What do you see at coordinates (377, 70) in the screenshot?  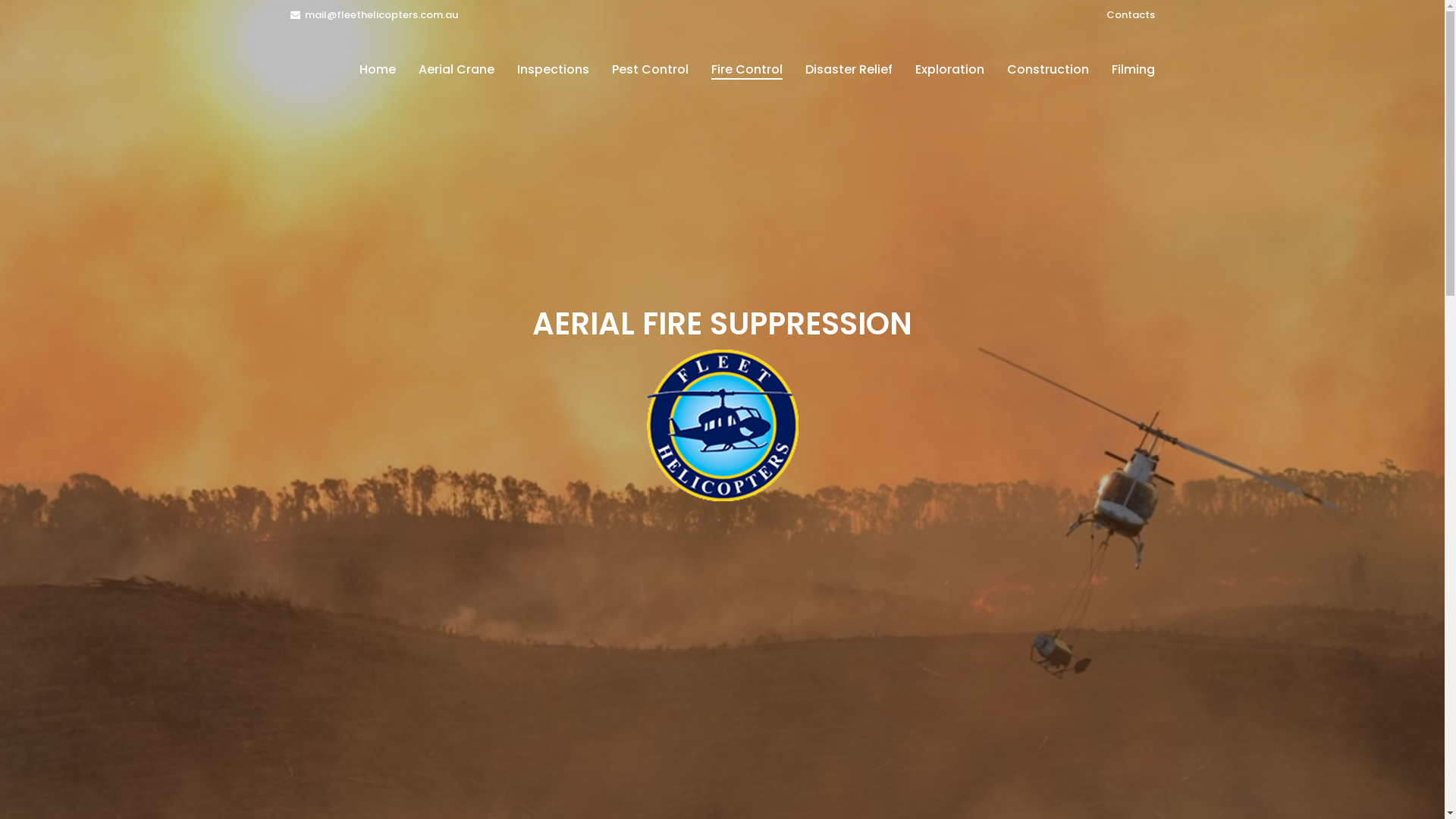 I see `'Home'` at bounding box center [377, 70].